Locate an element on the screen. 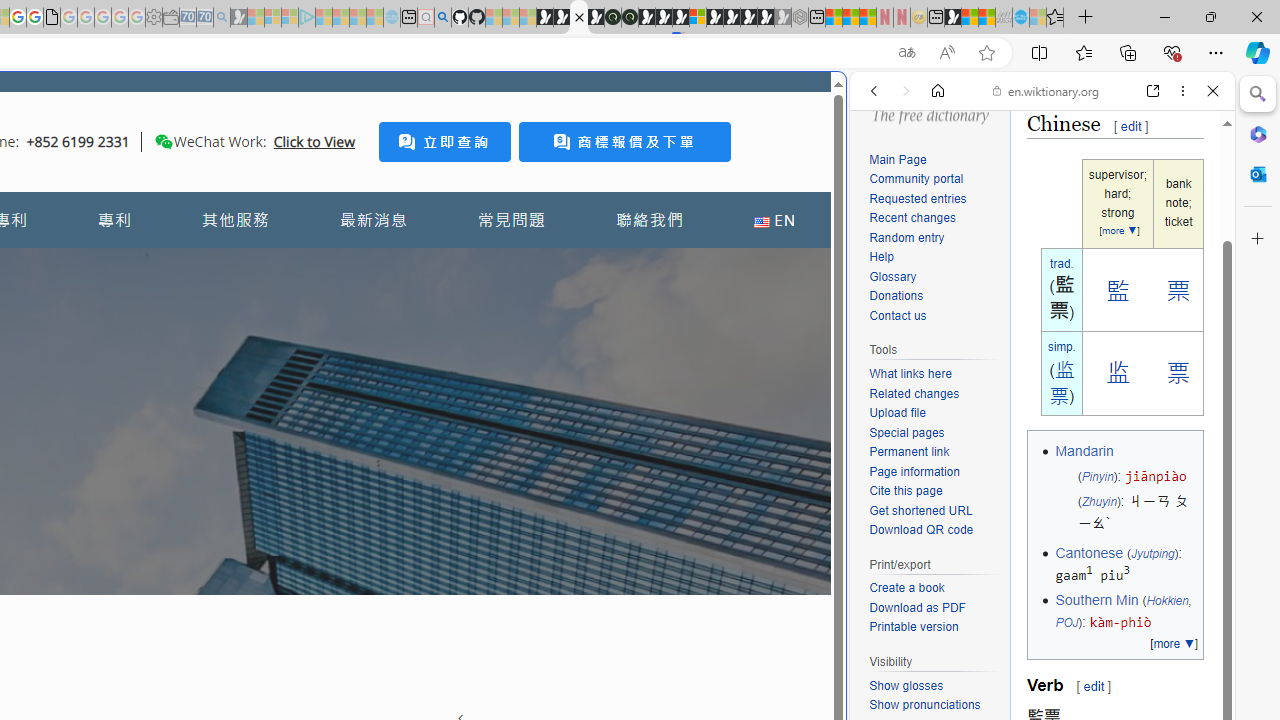  'Get shortened URL' is located at coordinates (934, 510).